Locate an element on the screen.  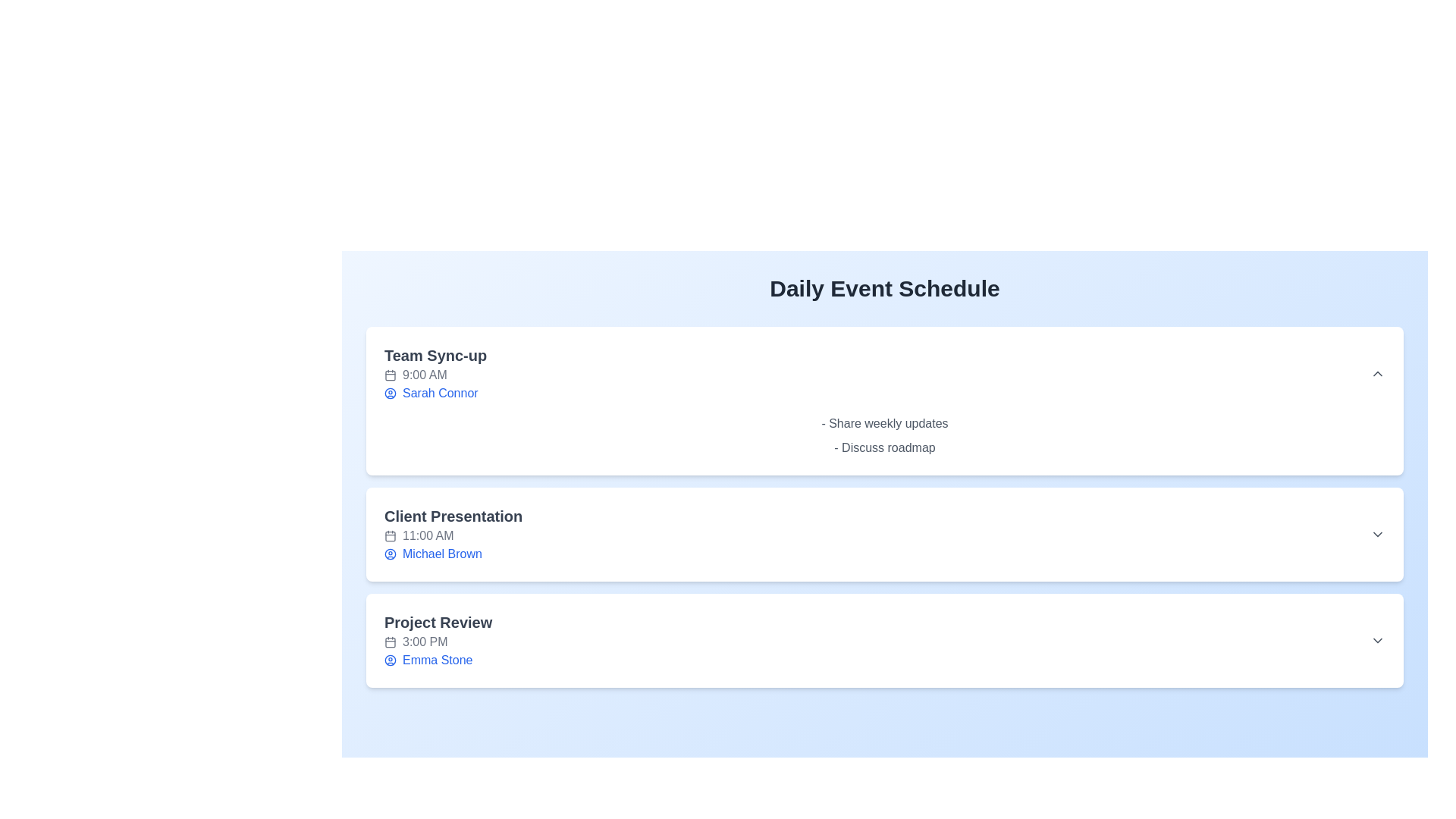
scheduled time displayed as '3:00 PM' for the event titled 'Project Review' located in the card layout section, positioned above 'Emma Stone' is located at coordinates (438, 642).